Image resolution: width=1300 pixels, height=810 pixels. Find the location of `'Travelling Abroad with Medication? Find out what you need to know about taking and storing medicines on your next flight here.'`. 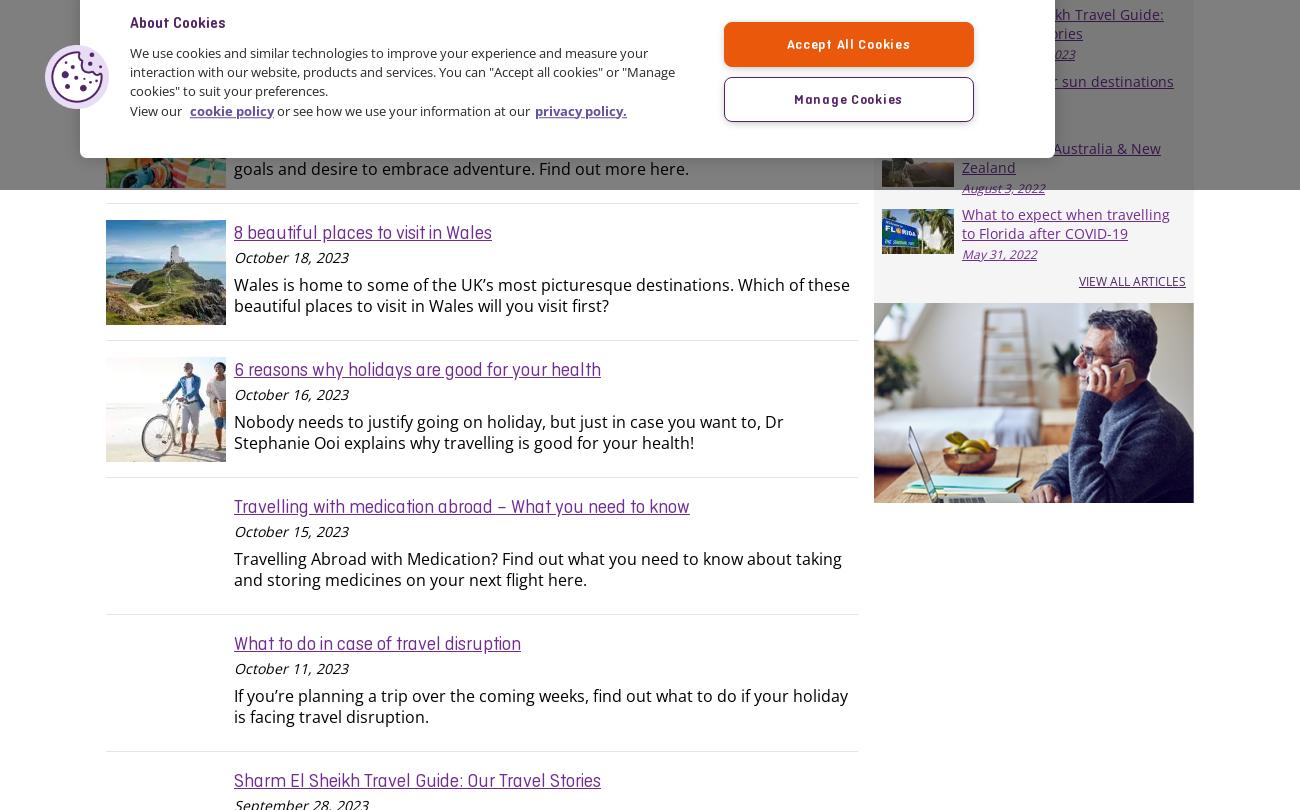

'Travelling Abroad with Medication? Find out what you need to know about taking and storing medicines on your next flight here.' is located at coordinates (537, 569).